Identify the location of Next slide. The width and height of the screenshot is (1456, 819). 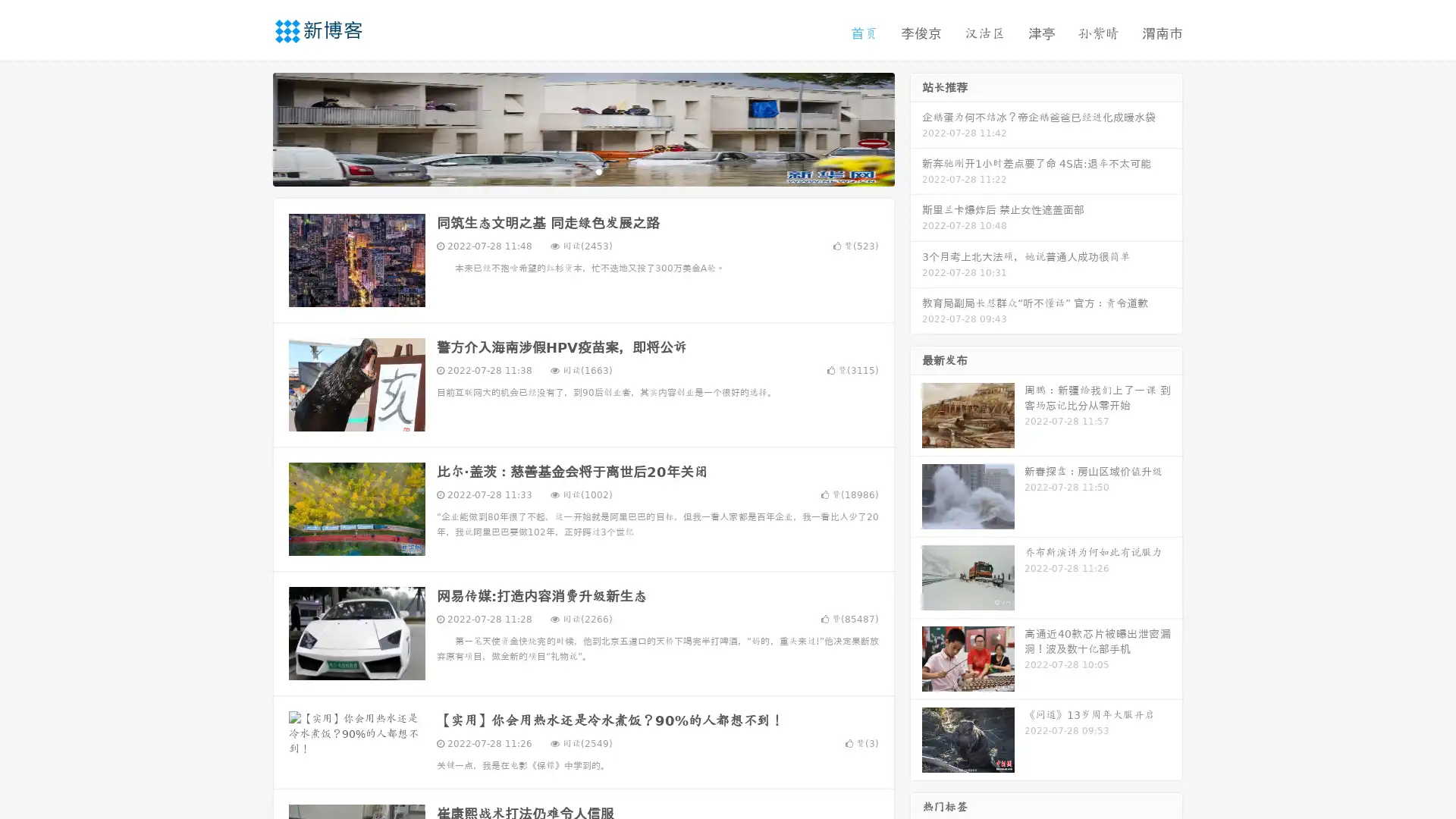
(916, 127).